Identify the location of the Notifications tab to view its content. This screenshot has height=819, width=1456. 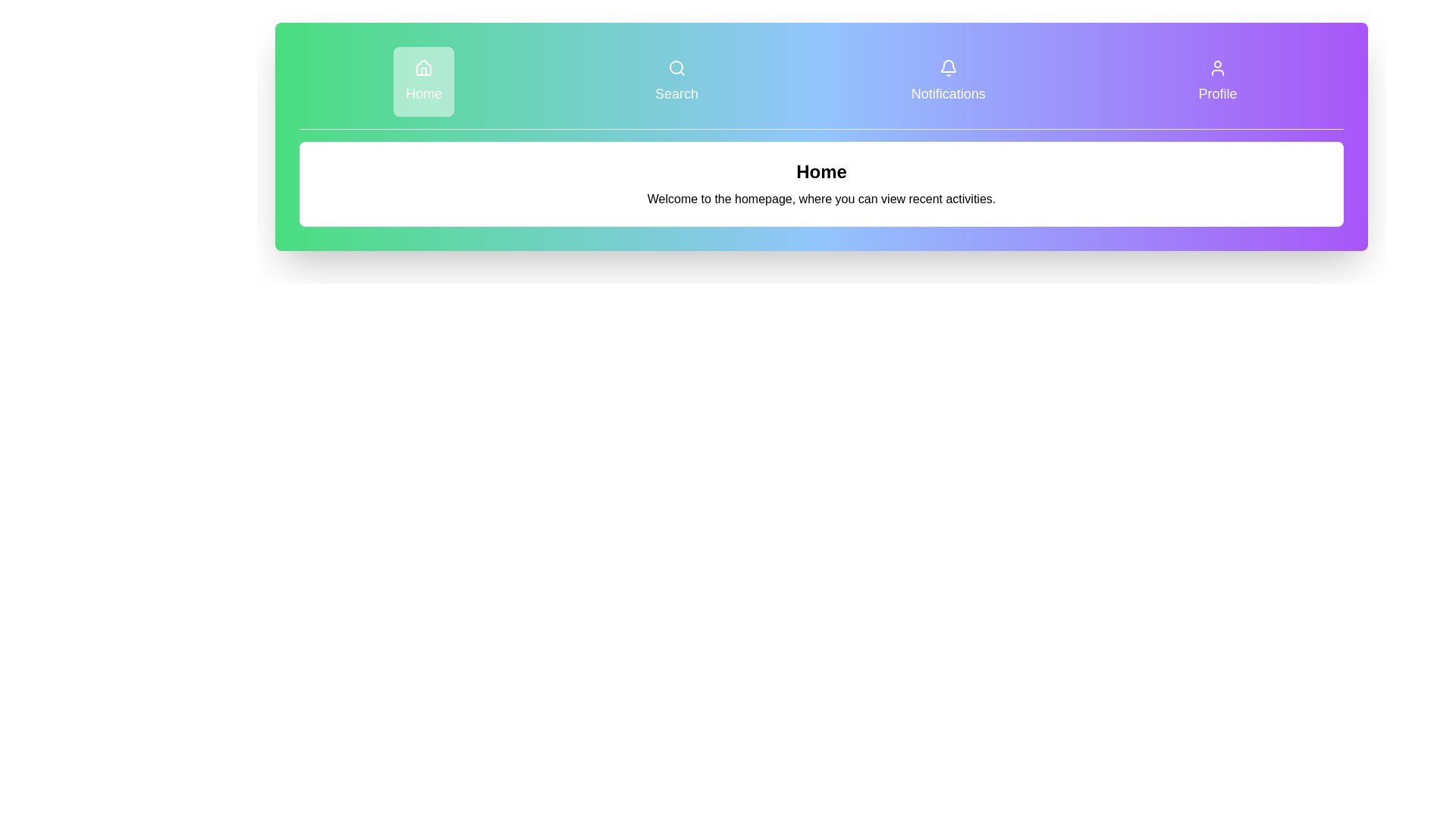
(946, 82).